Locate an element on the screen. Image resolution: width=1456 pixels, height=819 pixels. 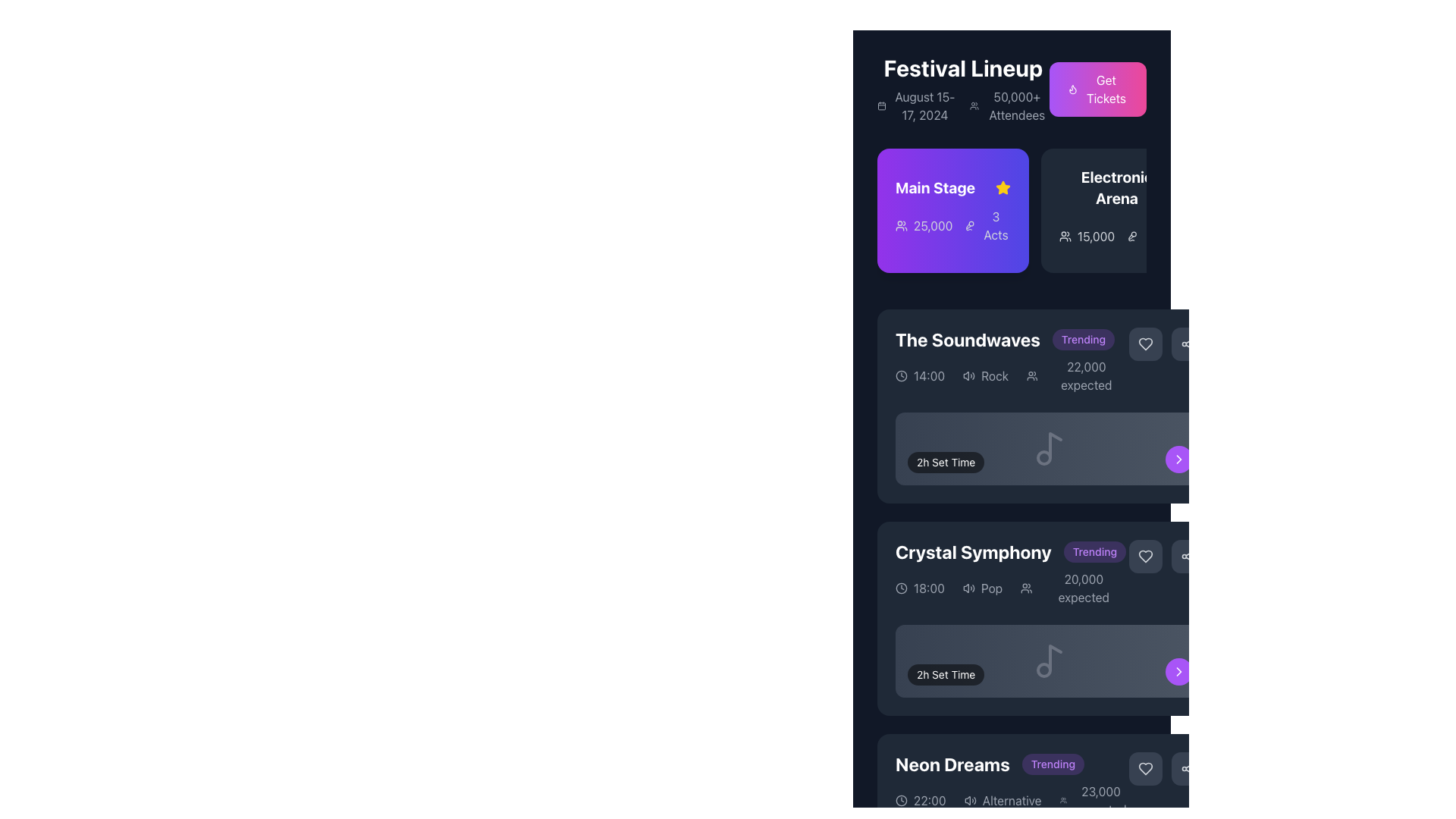
the leftmost sound-related icon in the 'Crystal Symphony' section, which represents audio playback and is positioned to the left of the text 'Pop' is located at coordinates (968, 587).